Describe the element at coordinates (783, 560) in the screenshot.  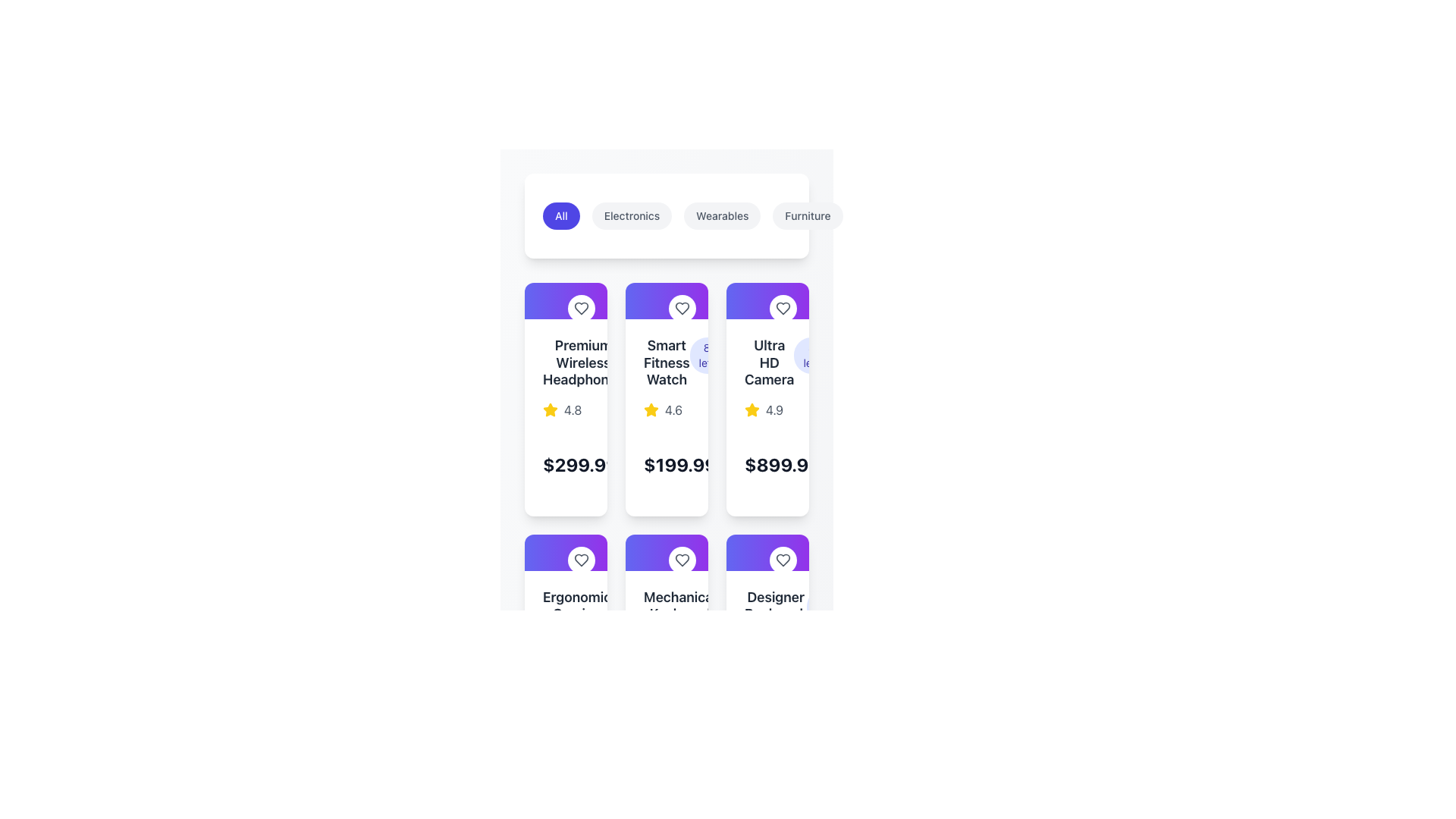
I see `the heart icon button, which is outlined in dark gray and centered within a circular white background with a purple border` at that location.